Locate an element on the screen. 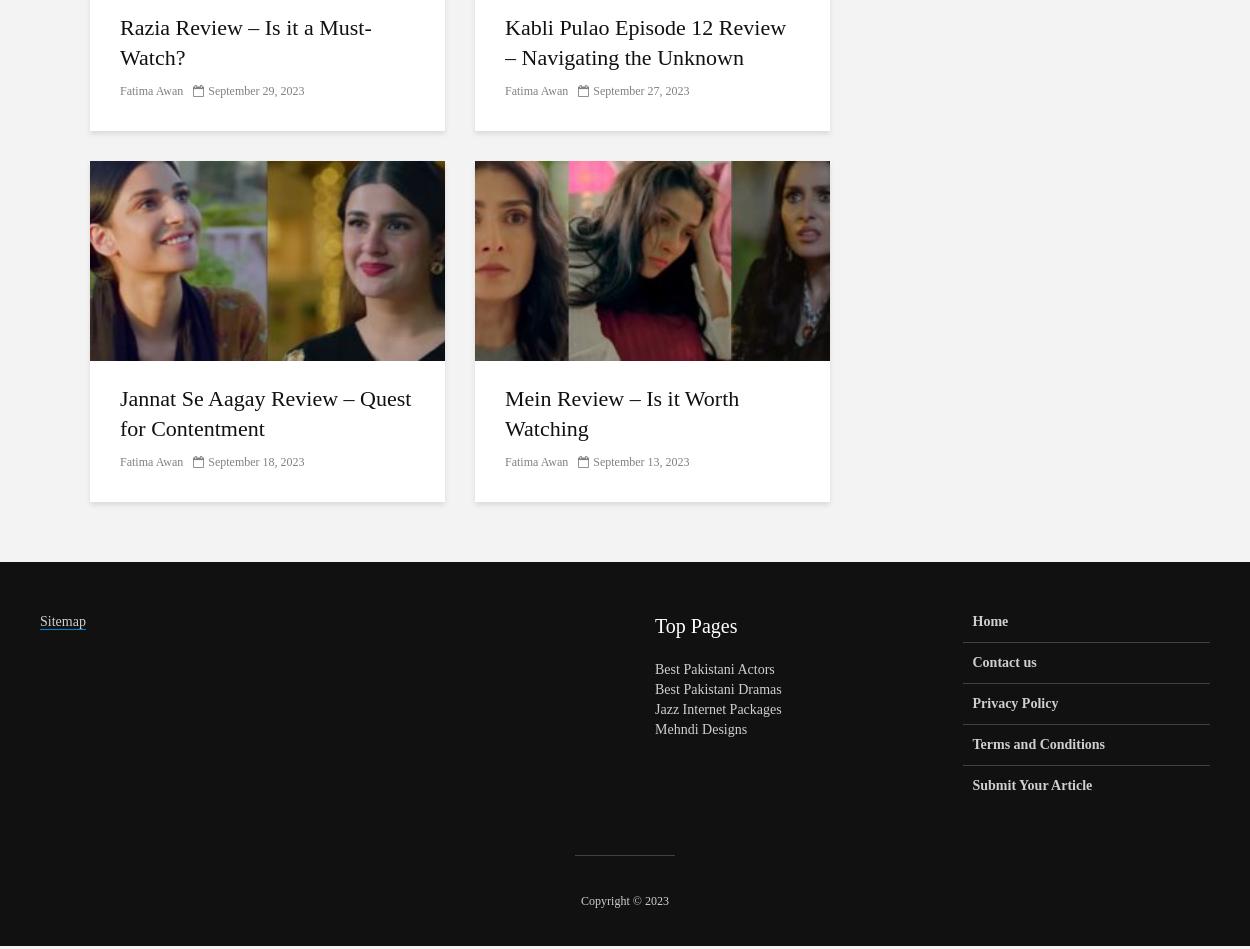 The width and height of the screenshot is (1250, 949). 'Terms and Conditions' is located at coordinates (1038, 744).